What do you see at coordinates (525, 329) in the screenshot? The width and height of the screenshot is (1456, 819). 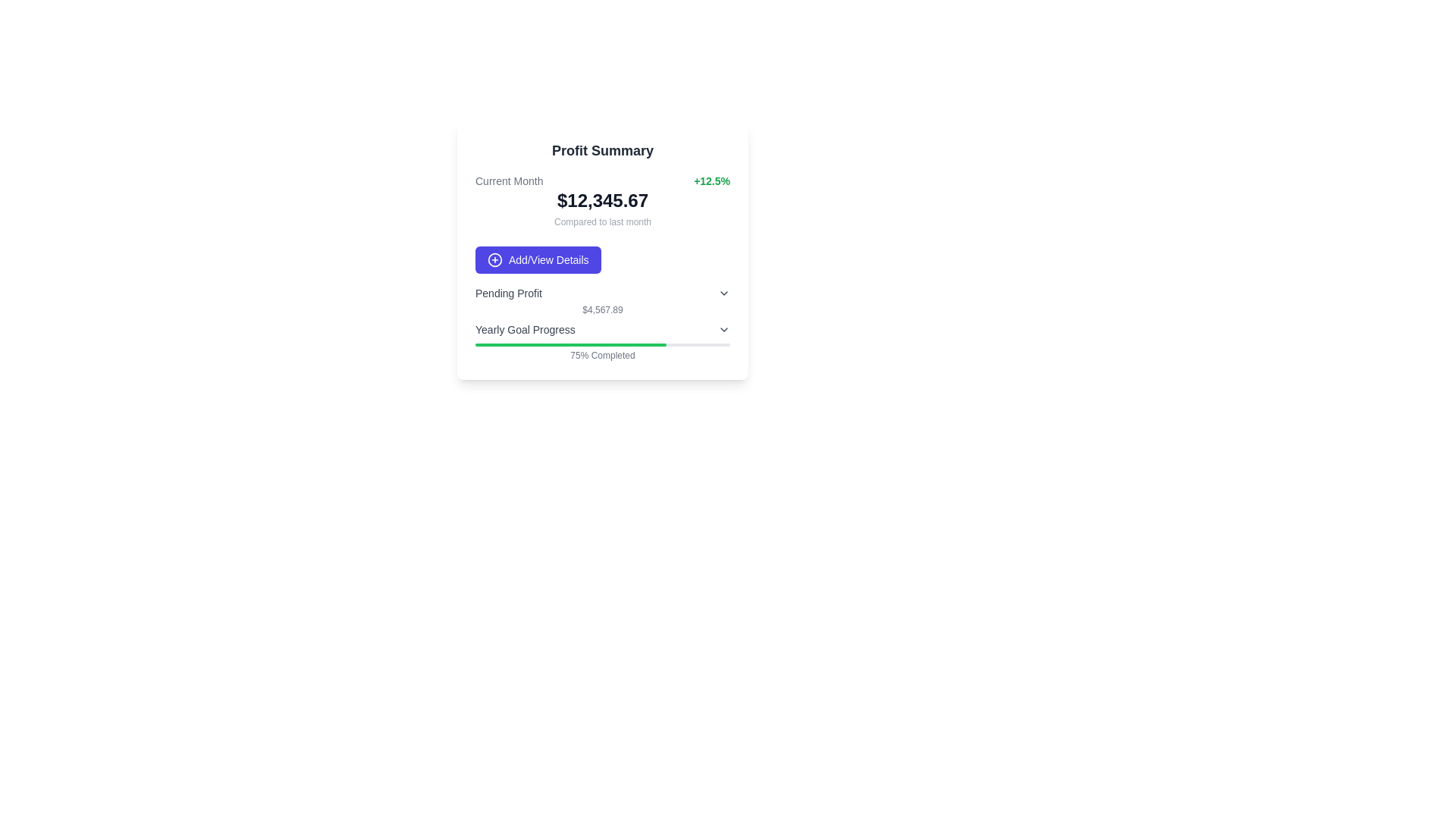 I see `the static text label displaying 'Yearly Goal Progress' in gray font, located below 'Pending Profit' and above the progress bar in the 'Profit Summary' panel` at bounding box center [525, 329].